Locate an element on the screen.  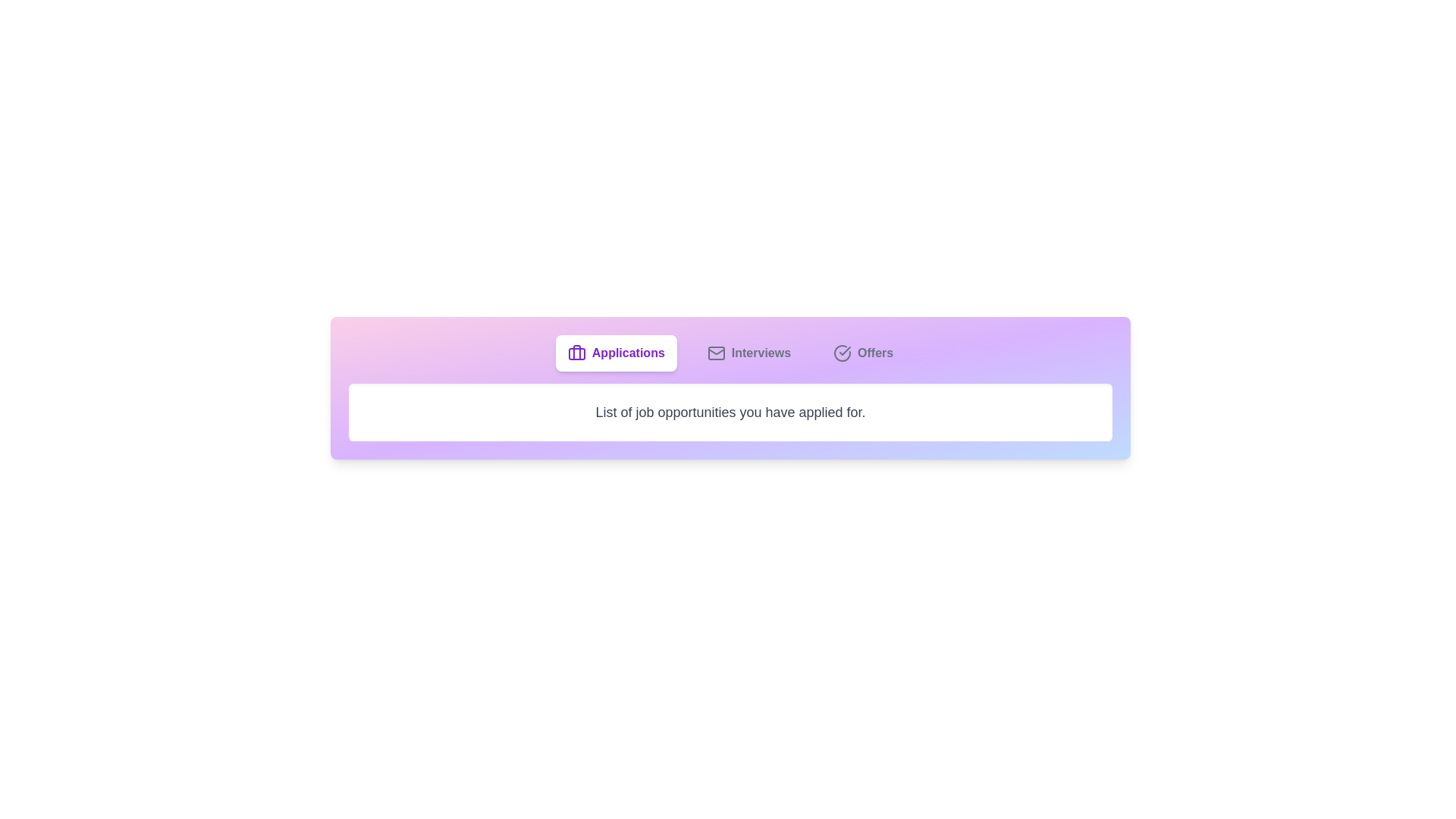
the Interviews tab to observe its hover effect is located at coordinates (748, 353).